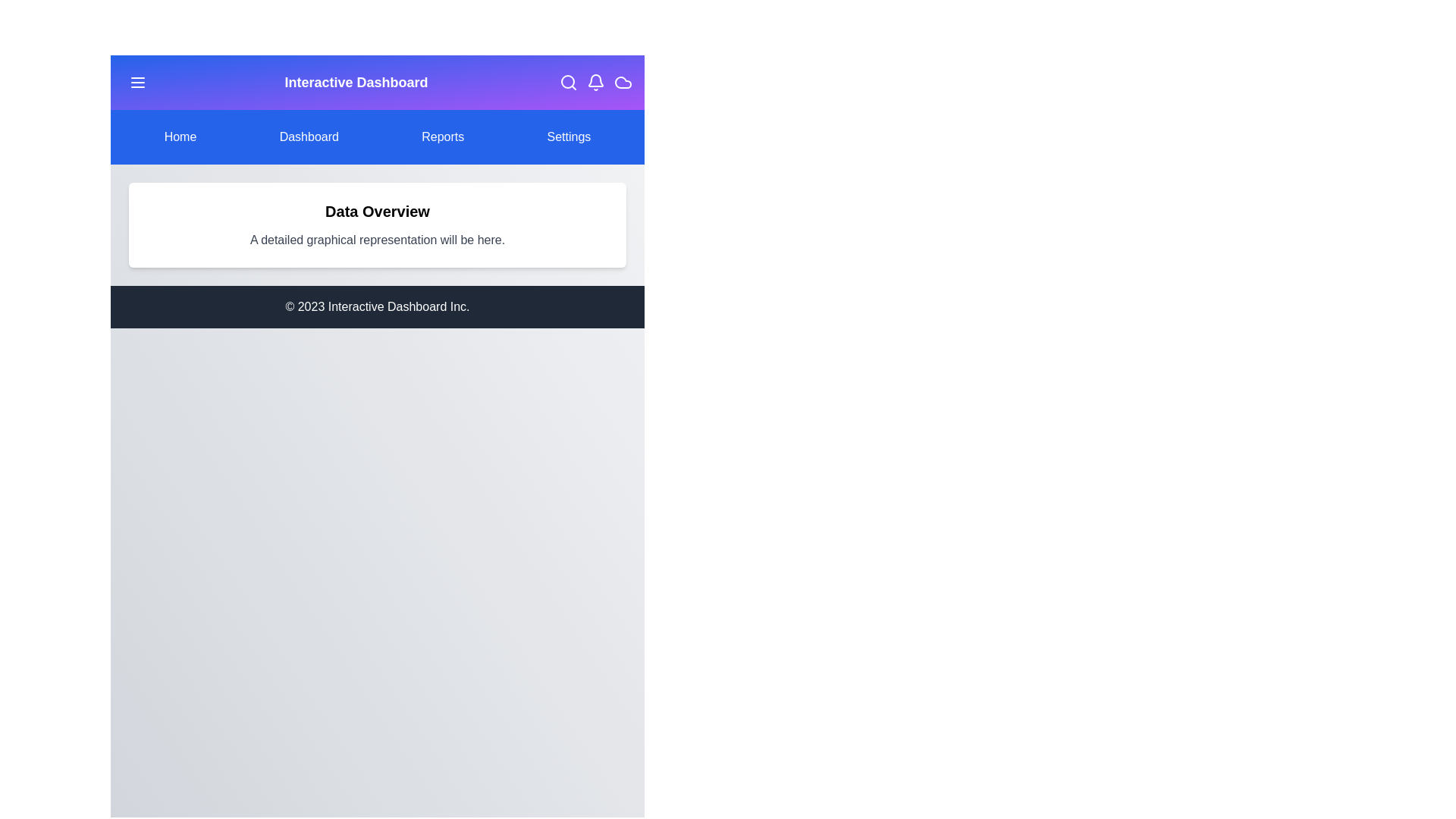  What do you see at coordinates (568, 137) in the screenshot?
I see `the menu item Settings to navigate to the corresponding section` at bounding box center [568, 137].